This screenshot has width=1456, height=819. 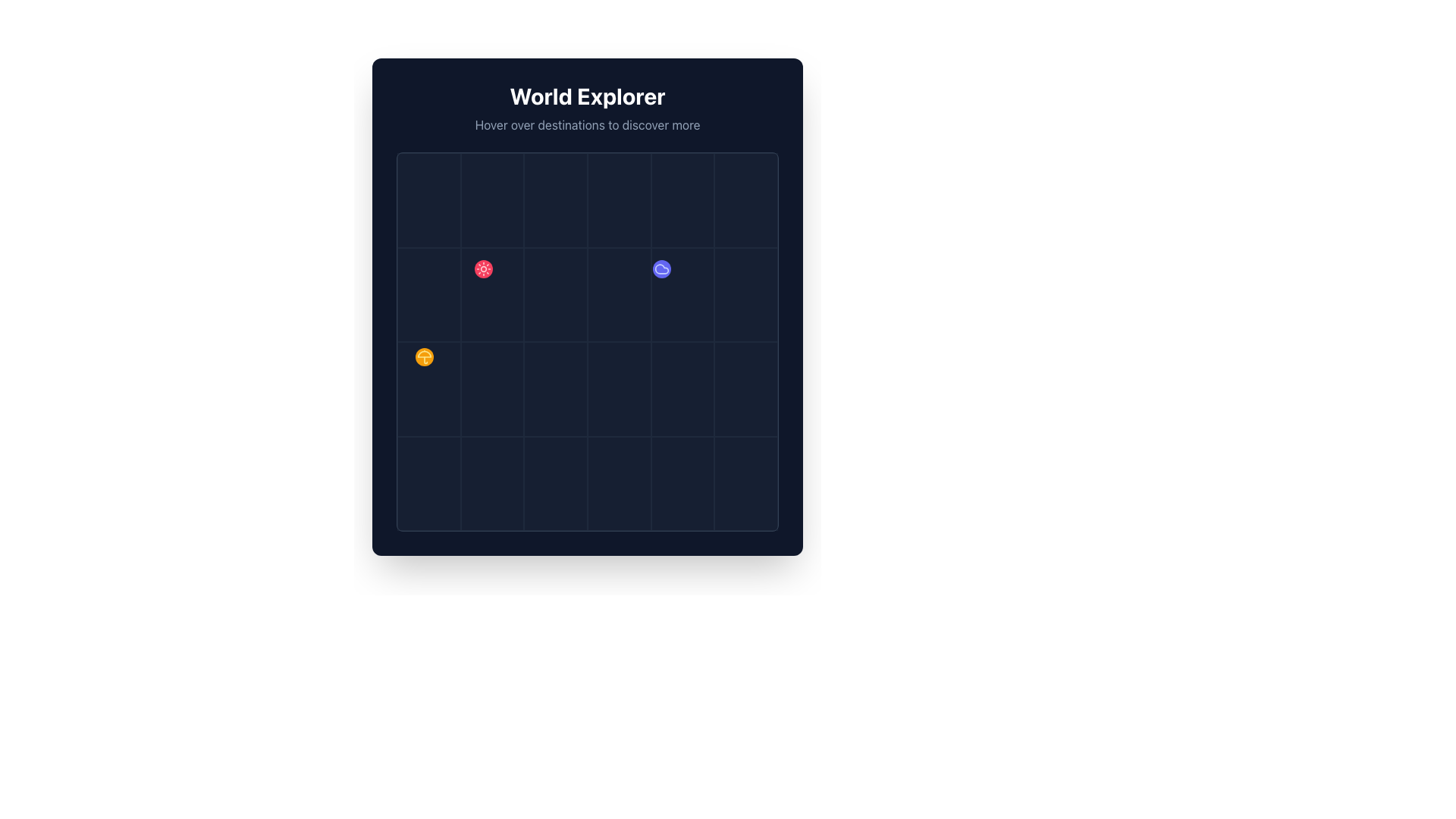 I want to click on the circular button or icon representing an umbrella in the 'World Explorer' grid, located in the lower-left position, so click(x=438, y=356).